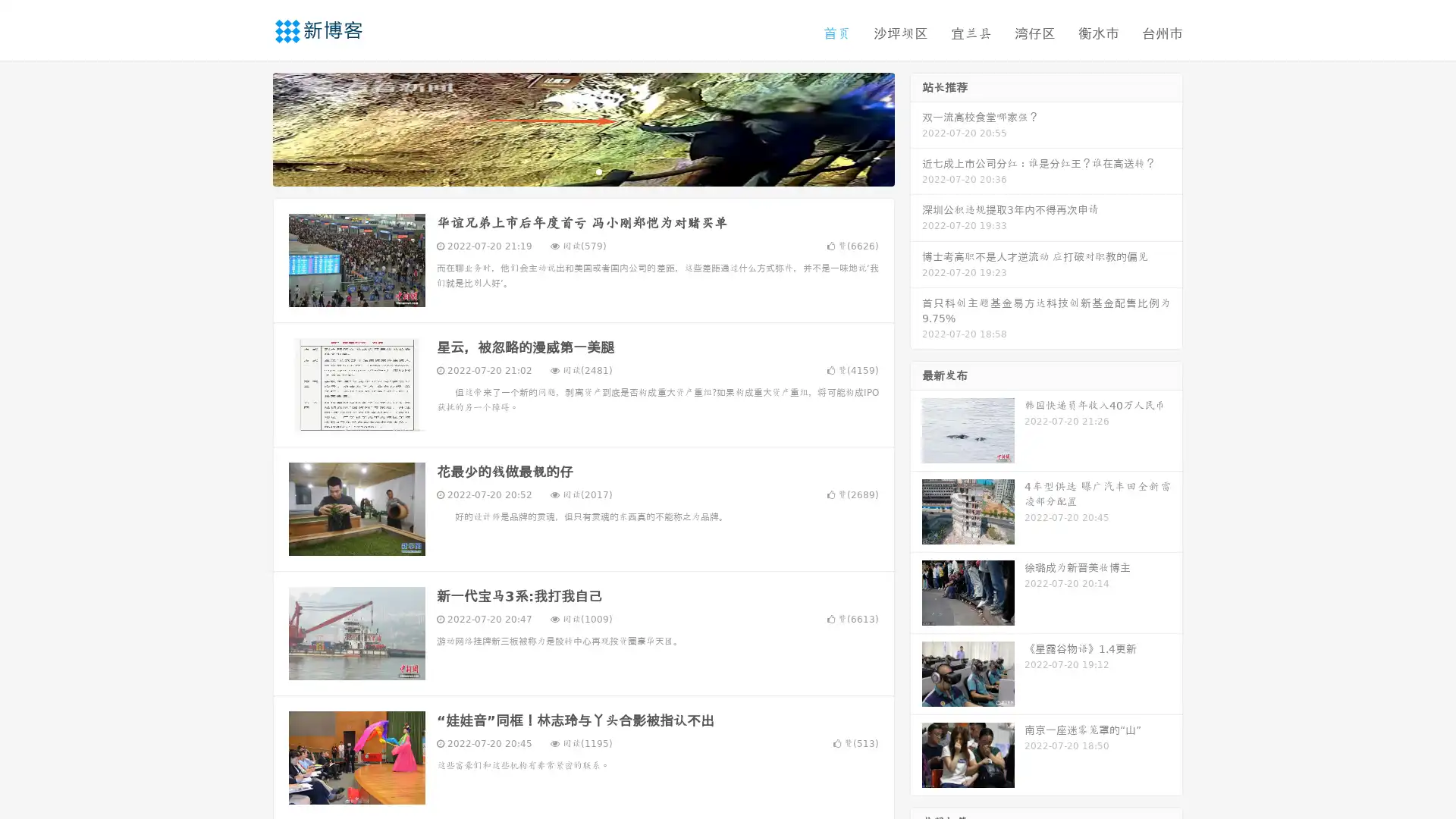 Image resolution: width=1456 pixels, height=819 pixels. Describe the element at coordinates (582, 171) in the screenshot. I see `Go to slide 2` at that location.